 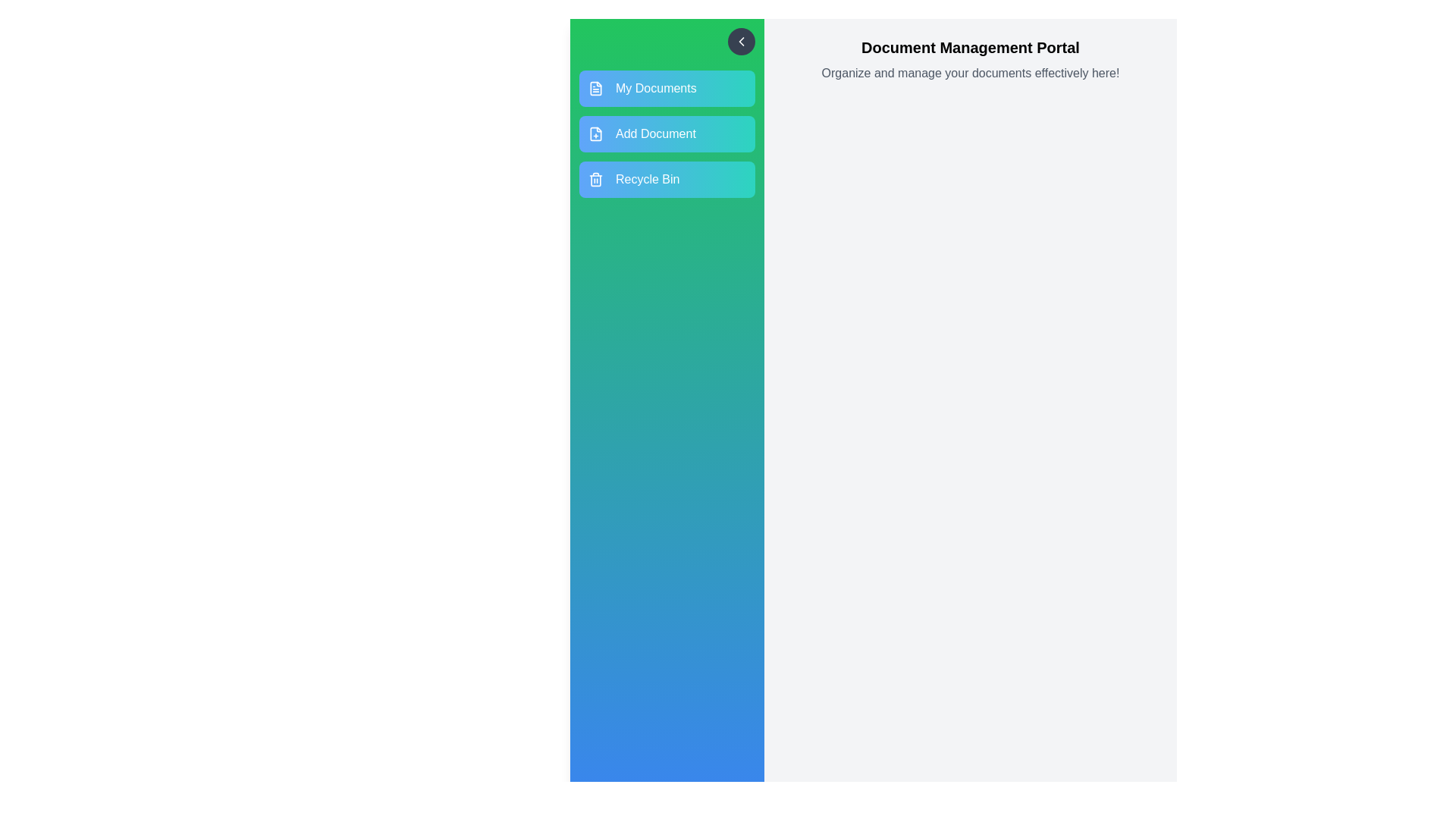 What do you see at coordinates (667, 178) in the screenshot?
I see `the menu option Recycle Bin` at bounding box center [667, 178].